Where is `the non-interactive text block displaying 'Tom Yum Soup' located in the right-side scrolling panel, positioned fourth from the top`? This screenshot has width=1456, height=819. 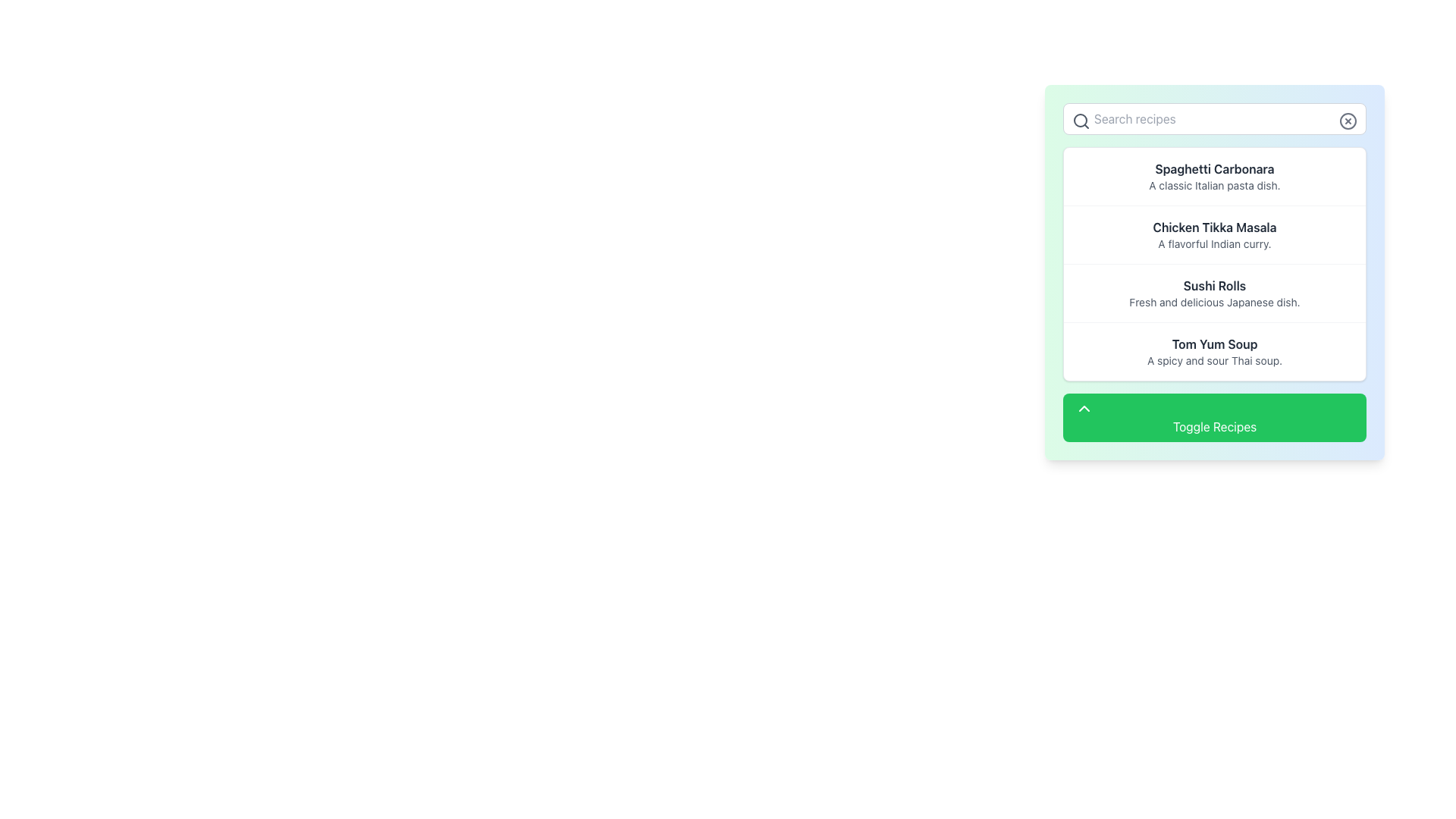 the non-interactive text block displaying 'Tom Yum Soup' located in the right-side scrolling panel, positioned fourth from the top is located at coordinates (1215, 350).